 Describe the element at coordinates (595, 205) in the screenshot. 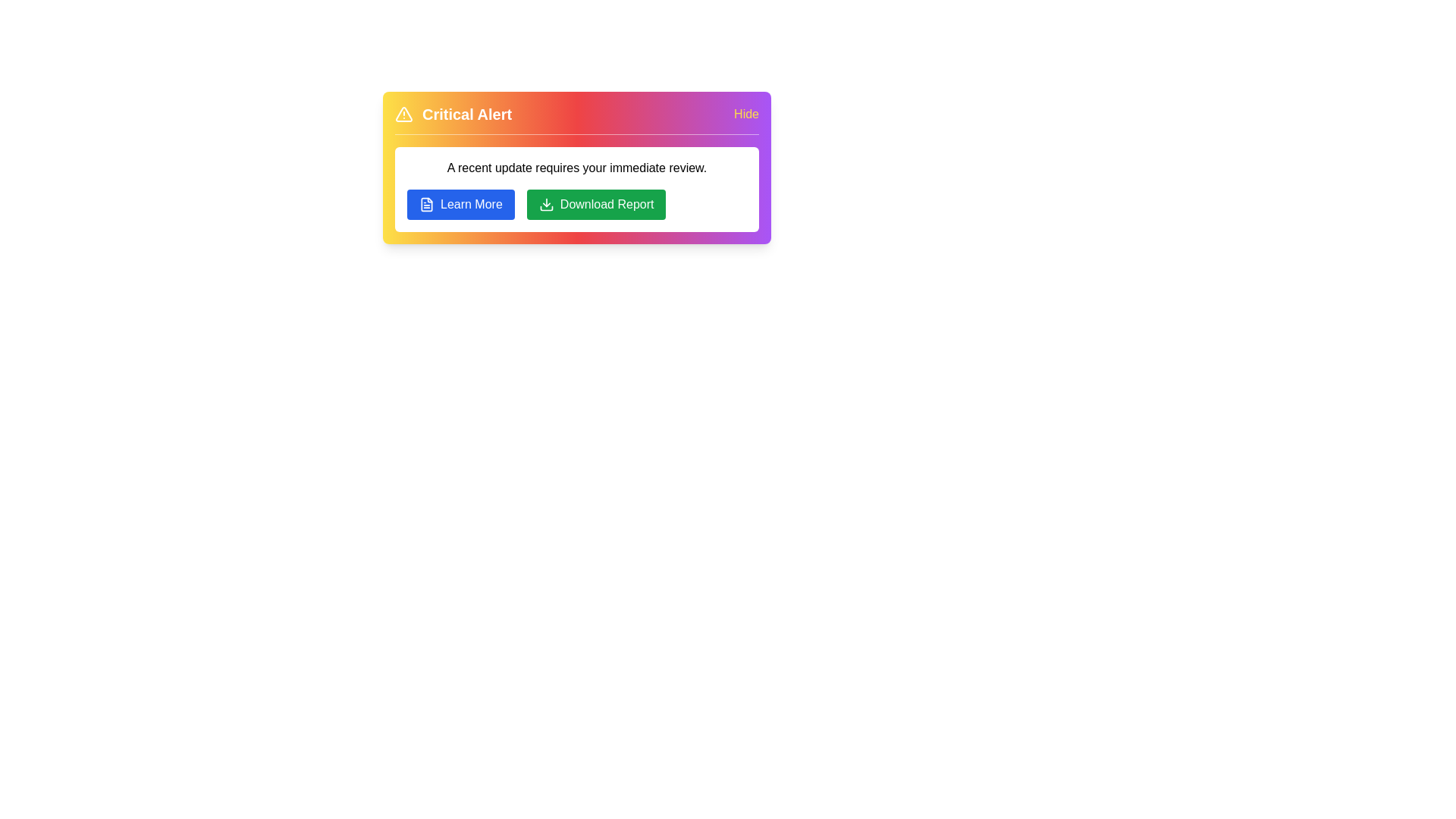

I see `the 'Download Report' button to download the report` at that location.